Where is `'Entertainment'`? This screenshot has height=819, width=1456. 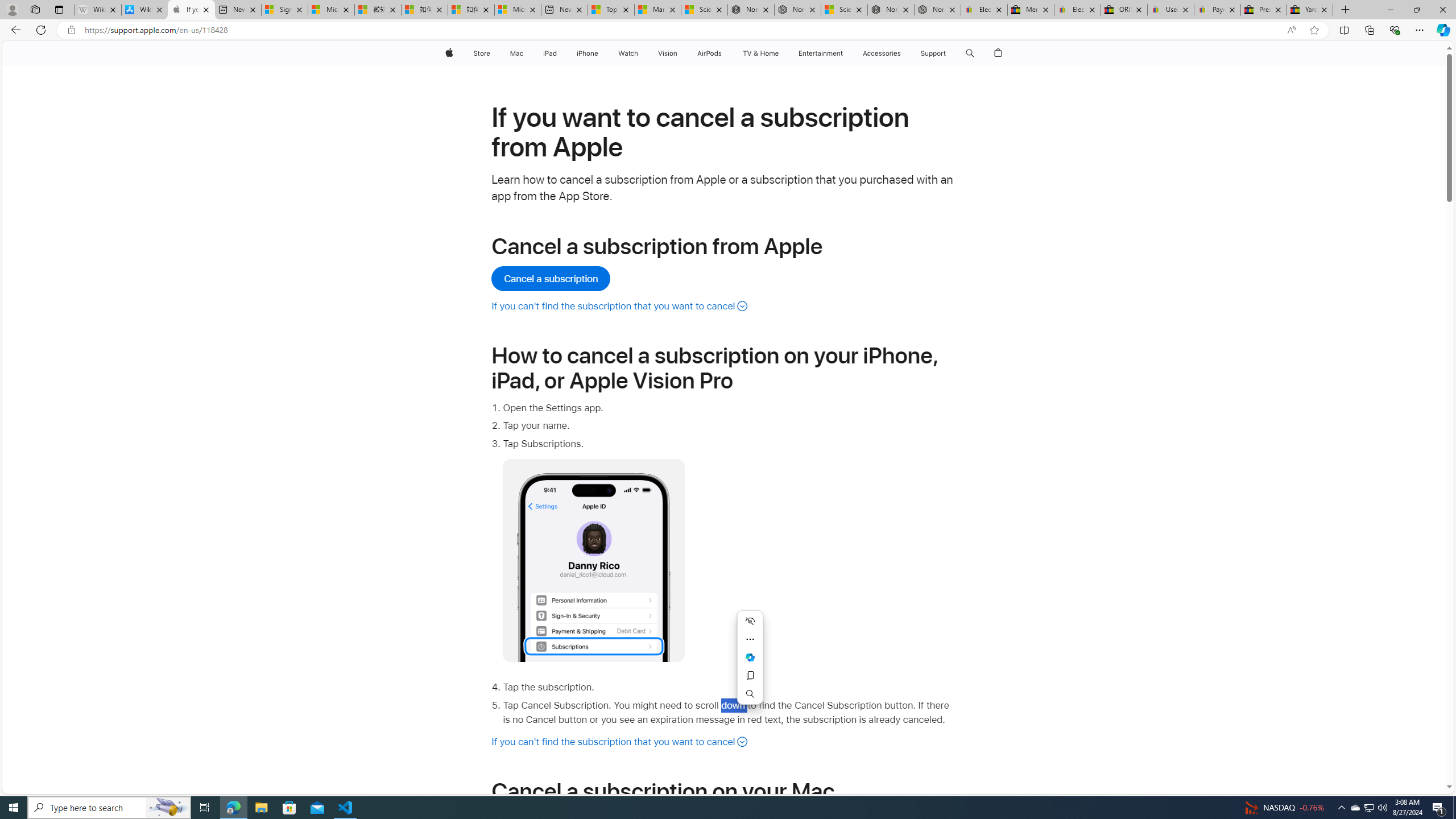
'Entertainment' is located at coordinates (820, 53).